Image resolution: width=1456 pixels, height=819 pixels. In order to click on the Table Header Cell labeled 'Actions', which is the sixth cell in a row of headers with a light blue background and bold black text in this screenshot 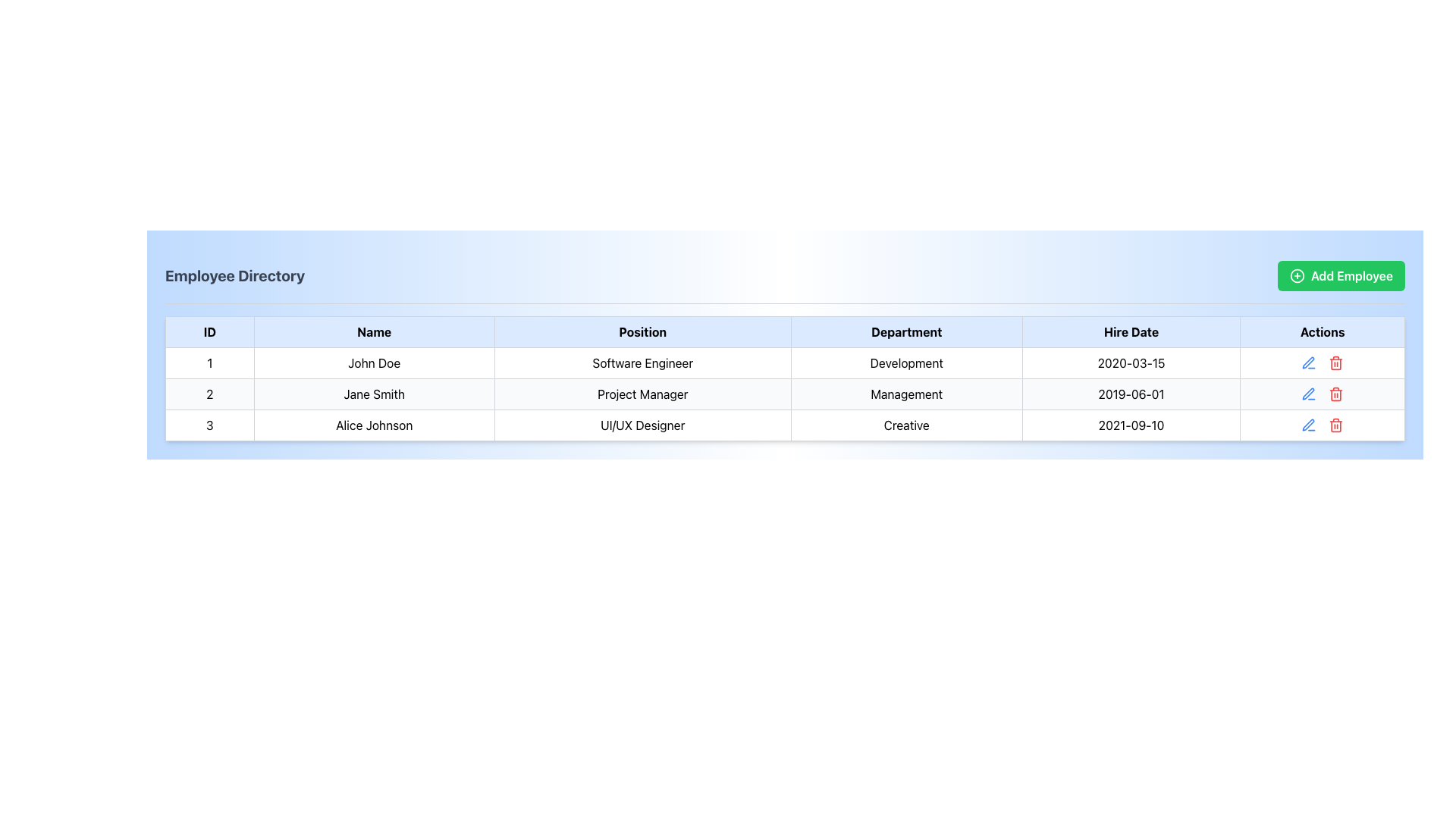, I will do `click(1322, 331)`.